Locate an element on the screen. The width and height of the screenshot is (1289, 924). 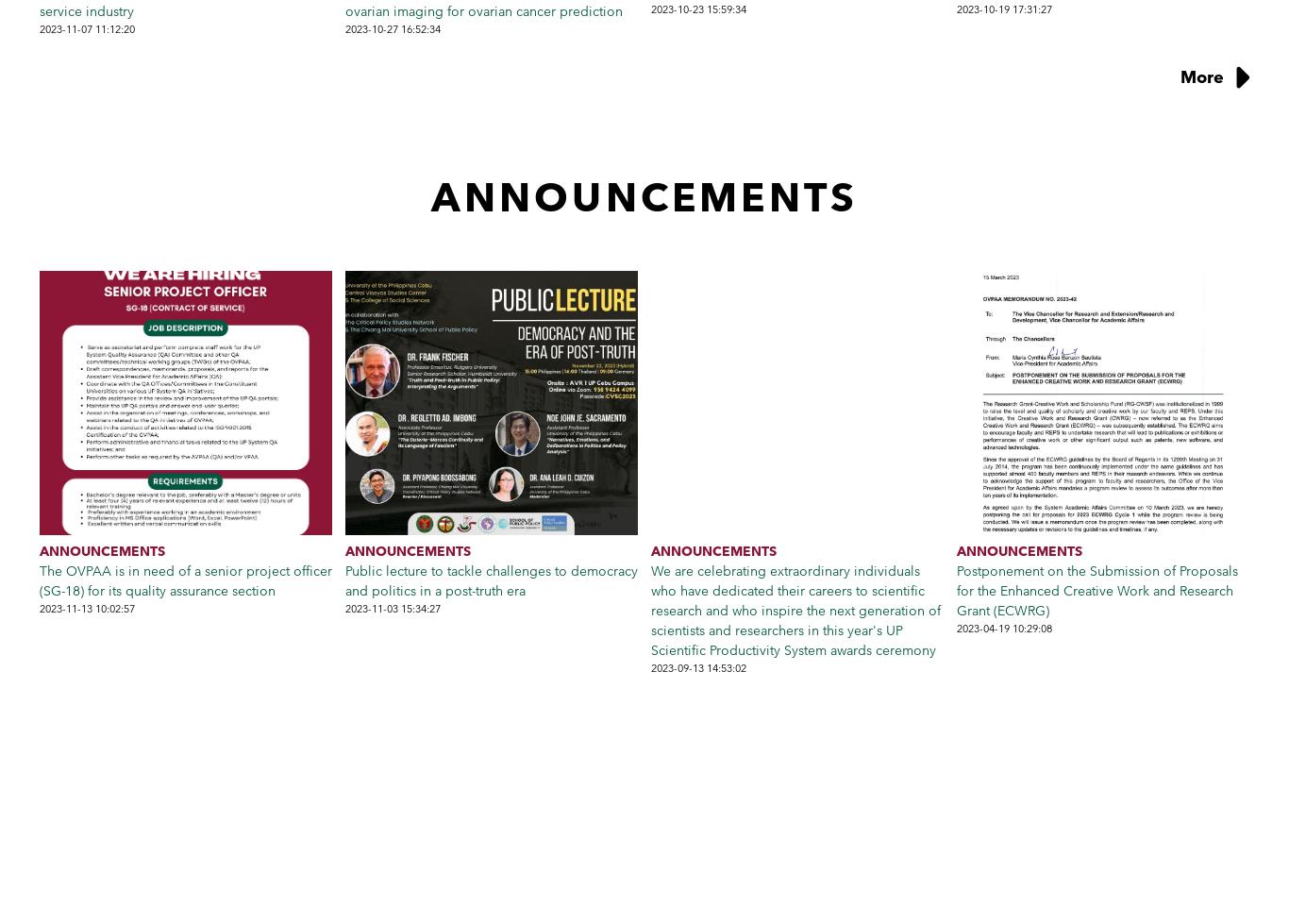
'2023-11-13 10:02:57' is located at coordinates (87, 606).